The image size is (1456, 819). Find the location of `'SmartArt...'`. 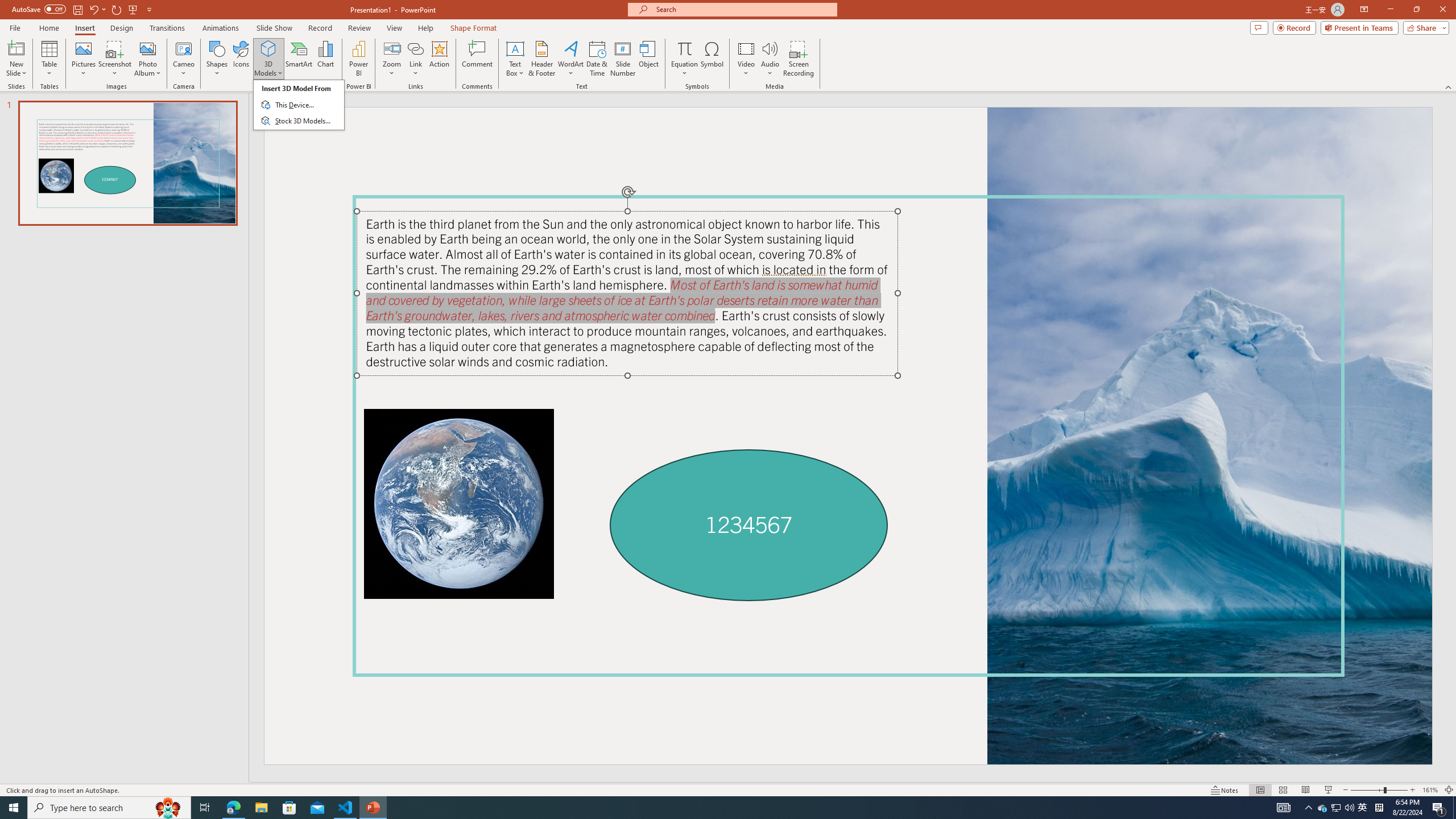

'SmartArt...' is located at coordinates (299, 59).